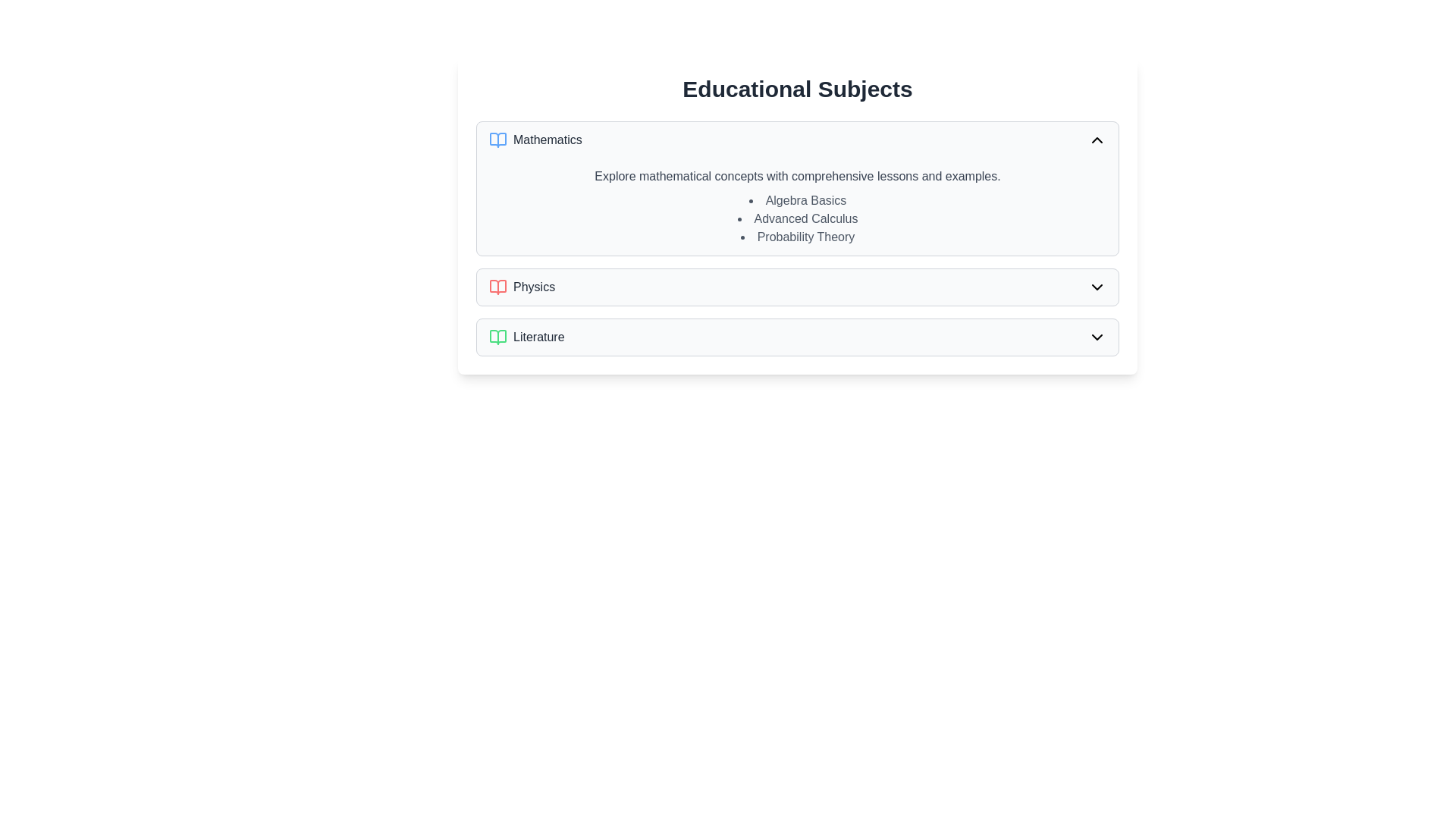 Image resolution: width=1456 pixels, height=819 pixels. Describe the element at coordinates (796, 219) in the screenshot. I see `the static text label displaying the title of 'Advanced Calculus' in the Mathematics section, which is the second item in a three-item bulleted list` at that location.